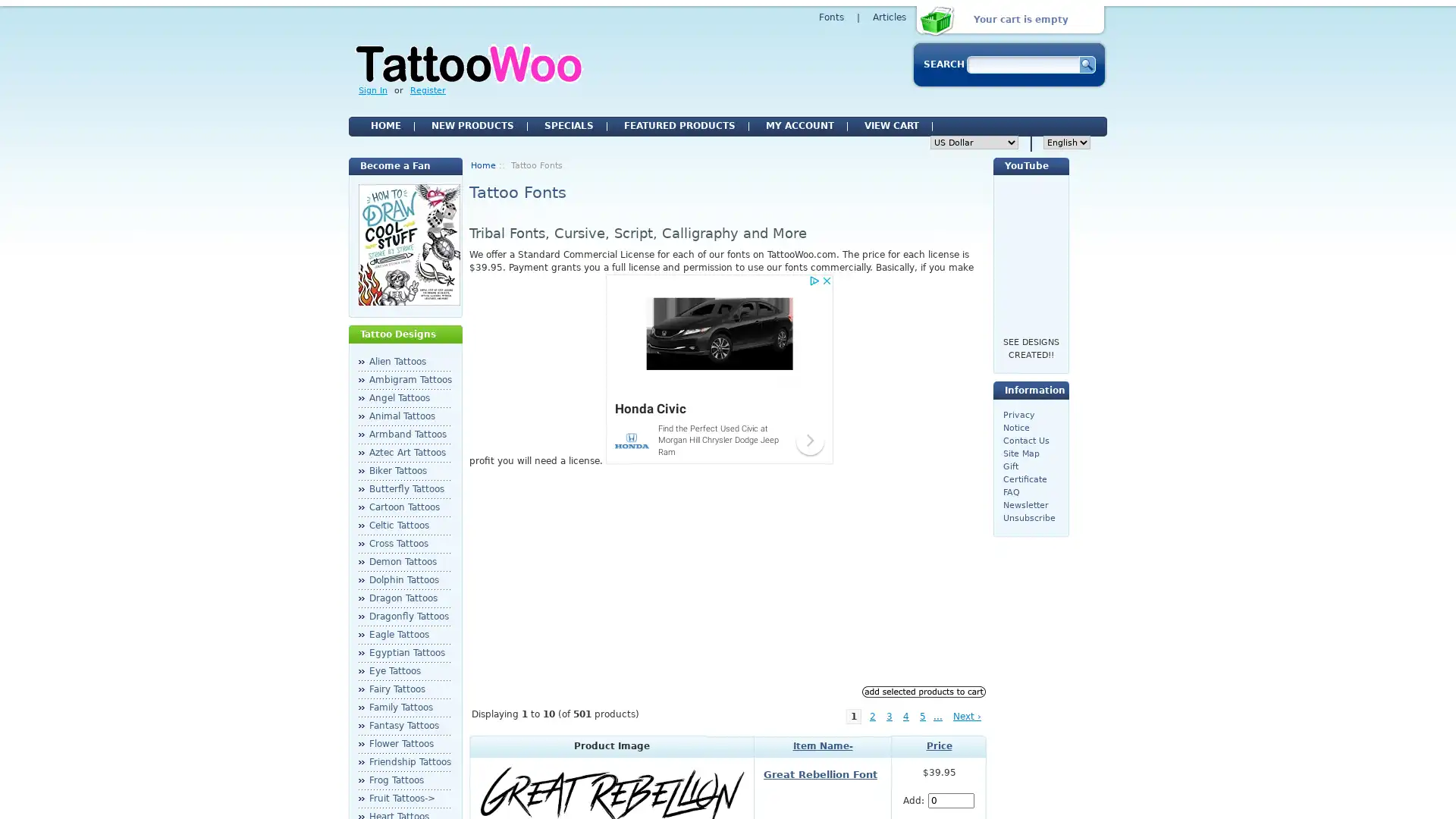  I want to click on Serch, so click(1086, 64).